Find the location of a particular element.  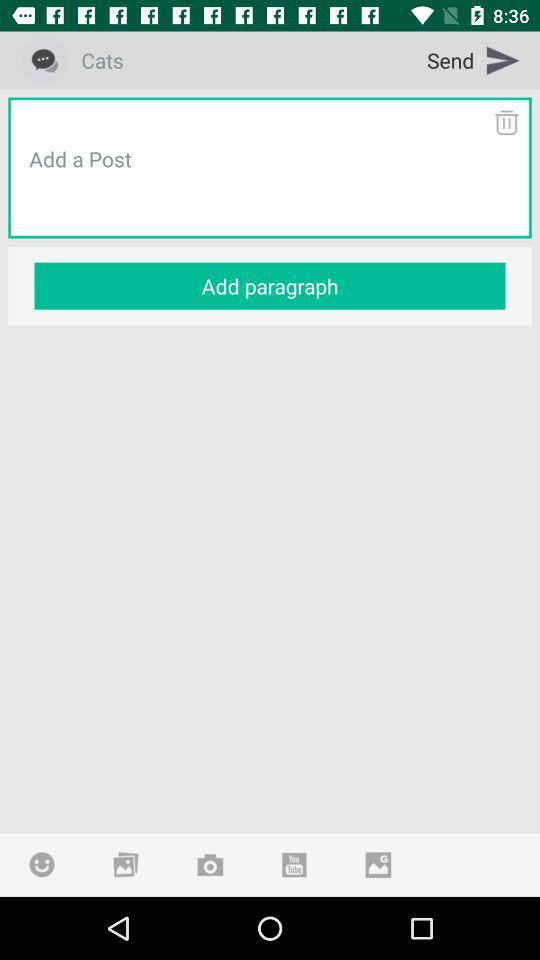

shows add a post to upload is located at coordinates (270, 183).